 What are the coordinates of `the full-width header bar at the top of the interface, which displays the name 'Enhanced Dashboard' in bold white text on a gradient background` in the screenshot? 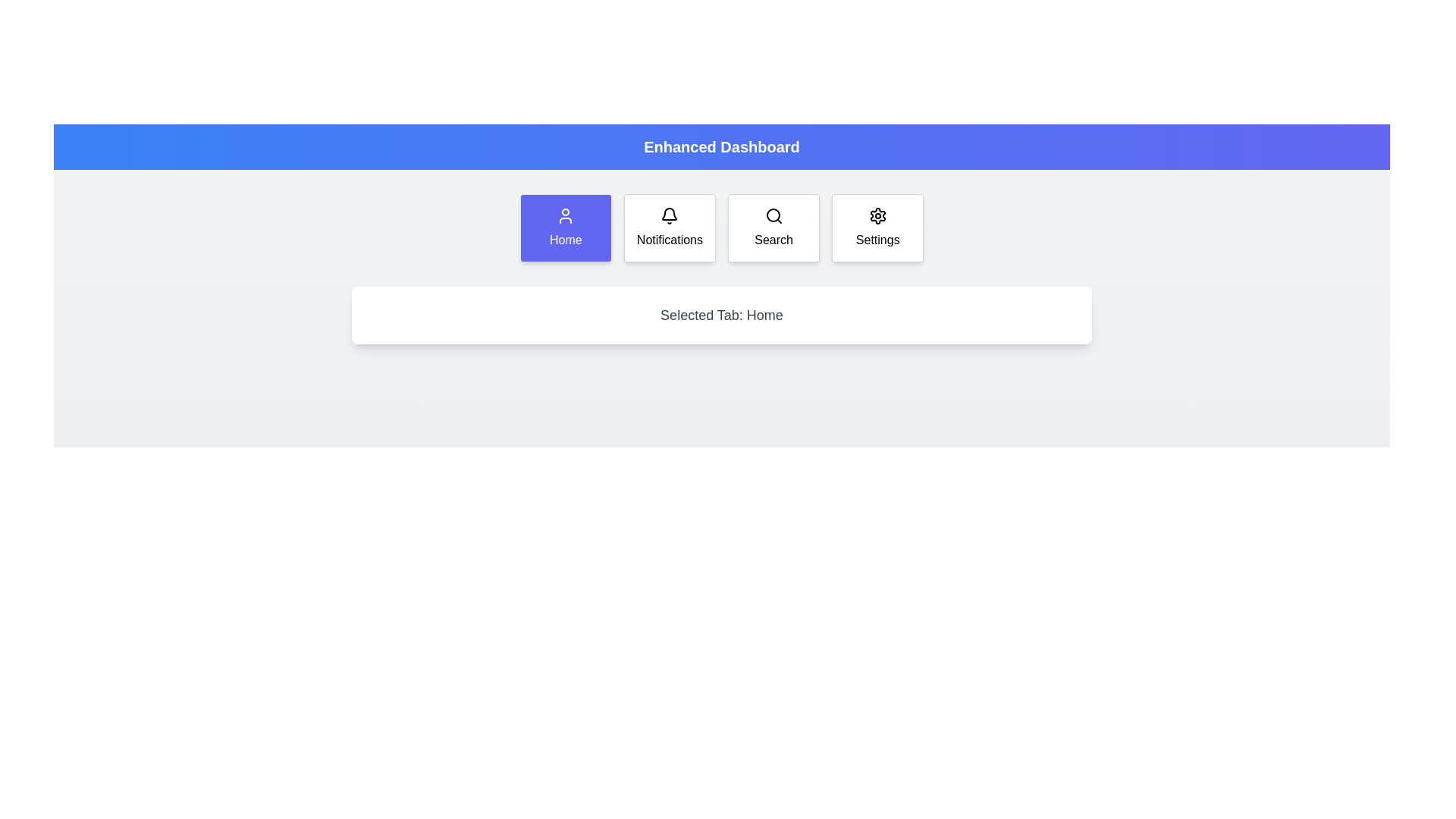 It's located at (720, 146).